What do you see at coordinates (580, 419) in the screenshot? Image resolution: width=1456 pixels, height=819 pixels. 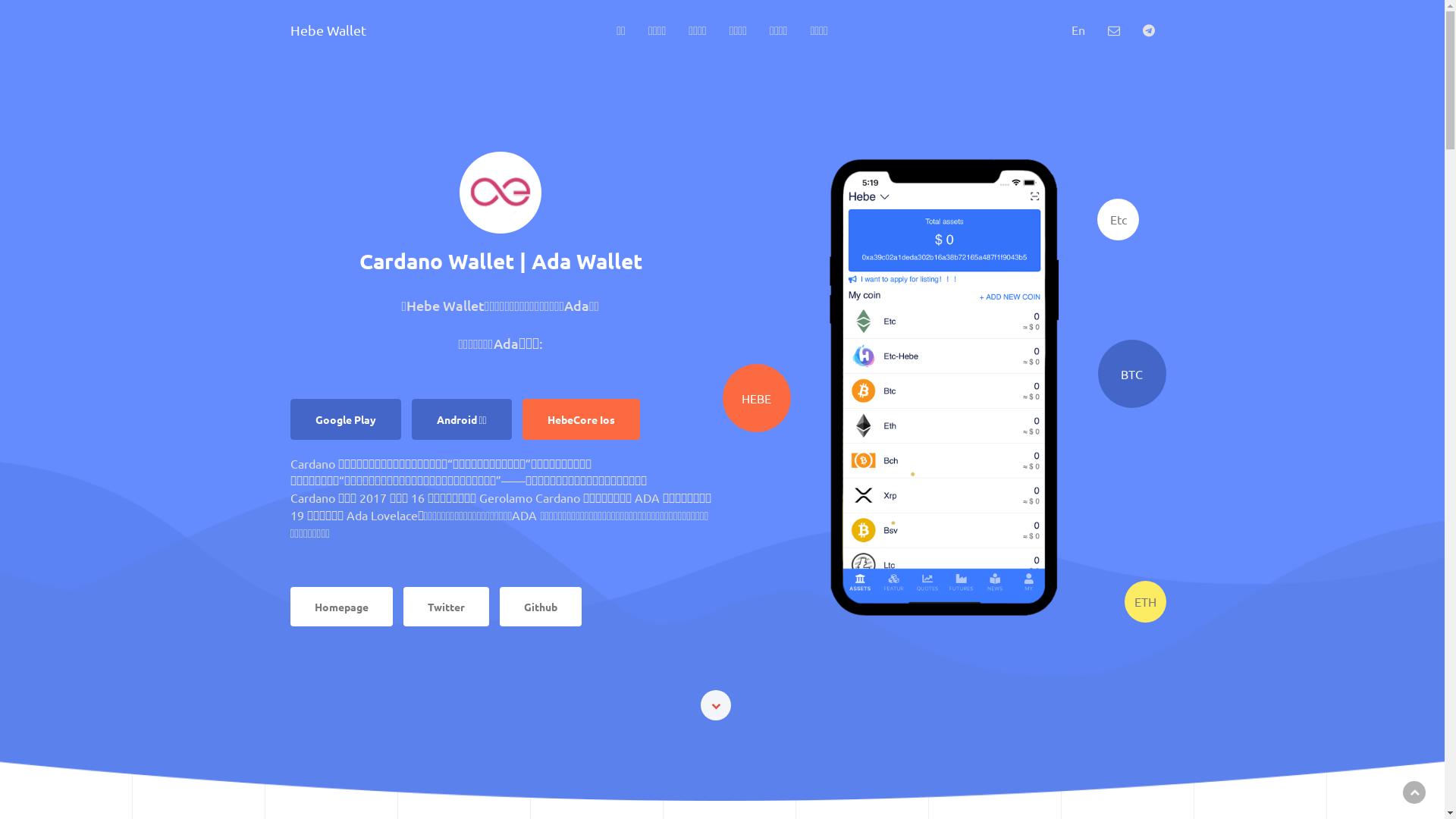 I see `'HebeCore Ios'` at bounding box center [580, 419].